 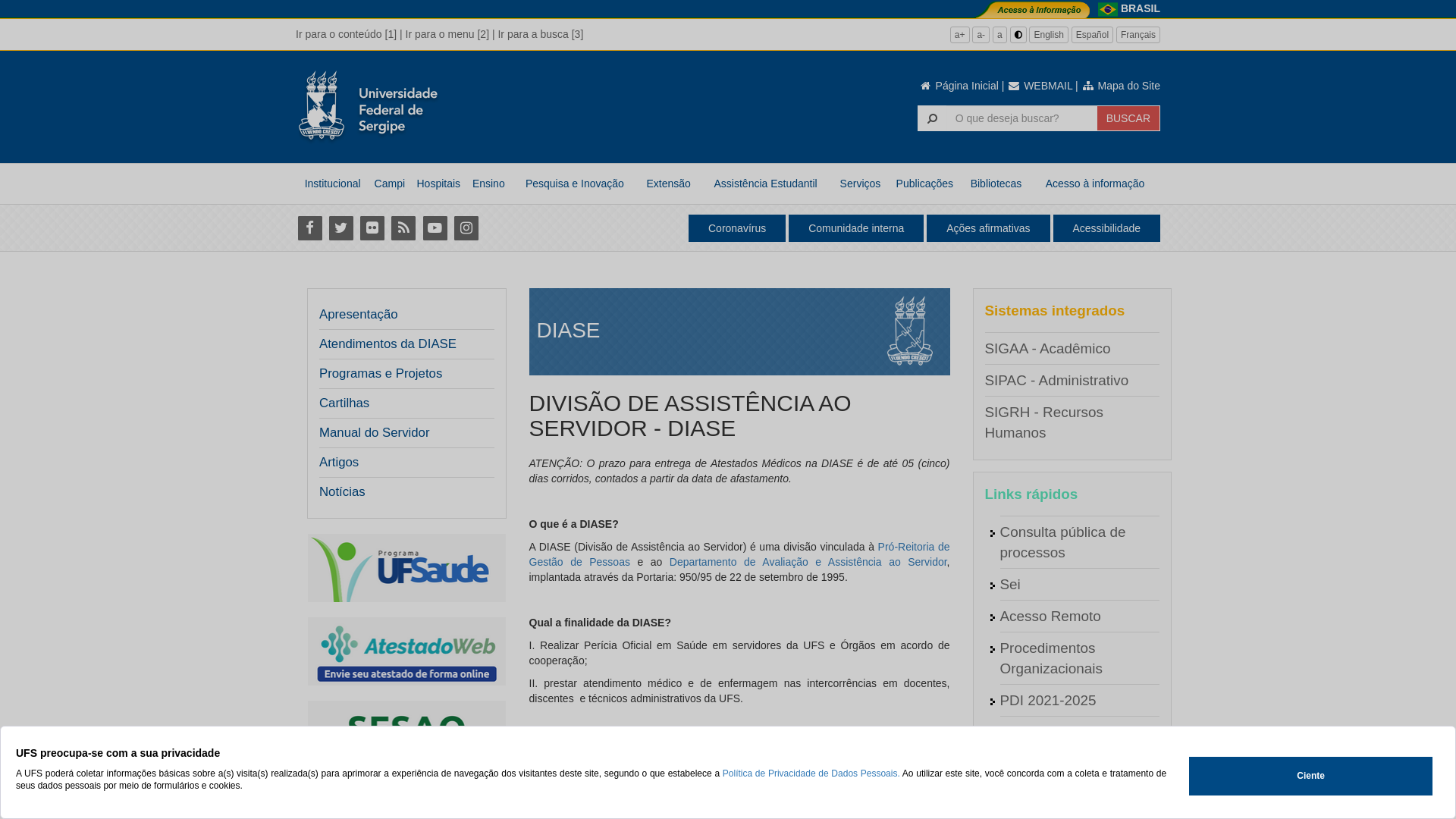 What do you see at coordinates (389, 183) in the screenshot?
I see `'Campi'` at bounding box center [389, 183].